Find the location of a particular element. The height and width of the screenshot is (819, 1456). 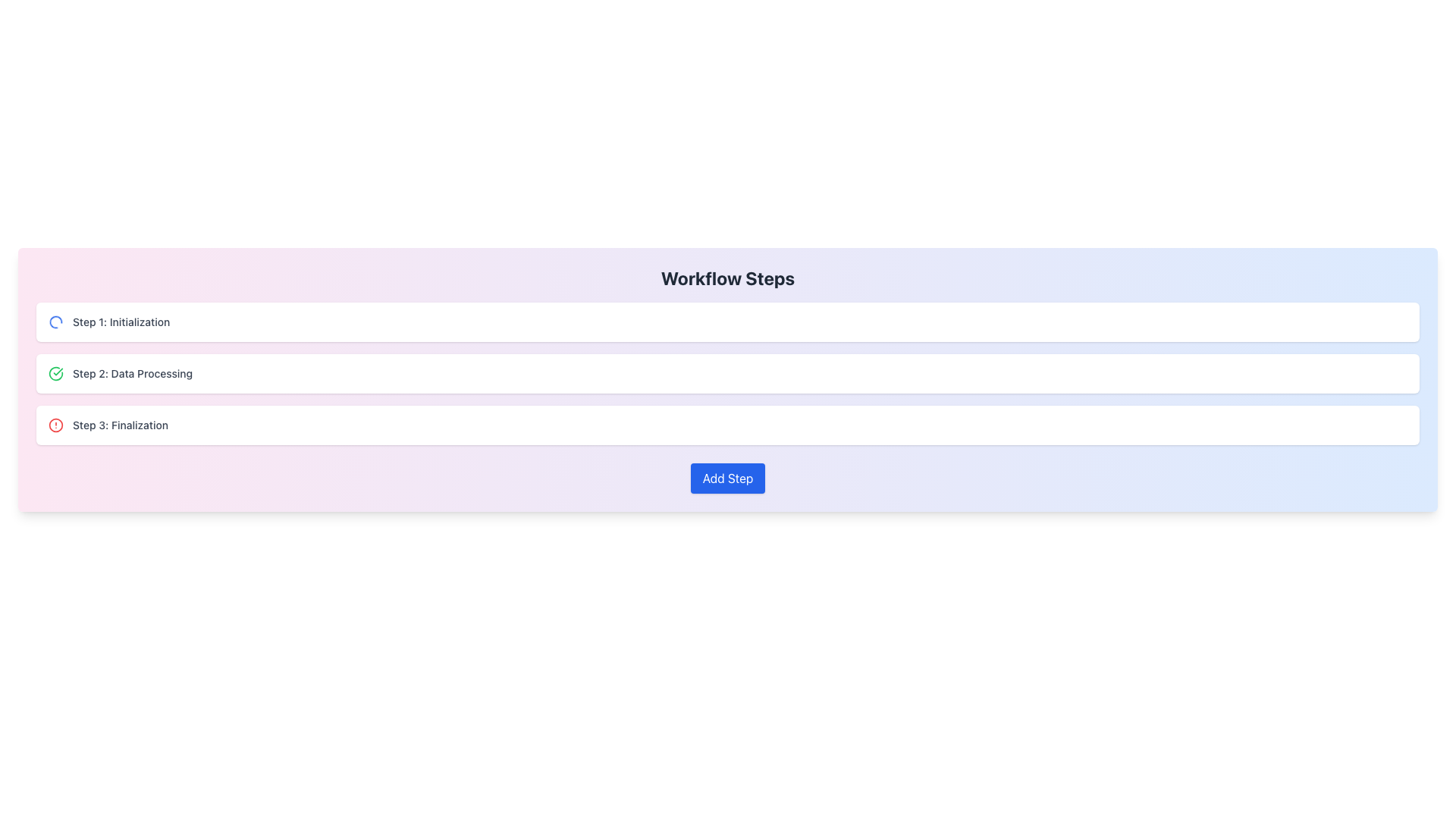

the third step in the workflow process, indicated by an alert symbol is located at coordinates (728, 425).